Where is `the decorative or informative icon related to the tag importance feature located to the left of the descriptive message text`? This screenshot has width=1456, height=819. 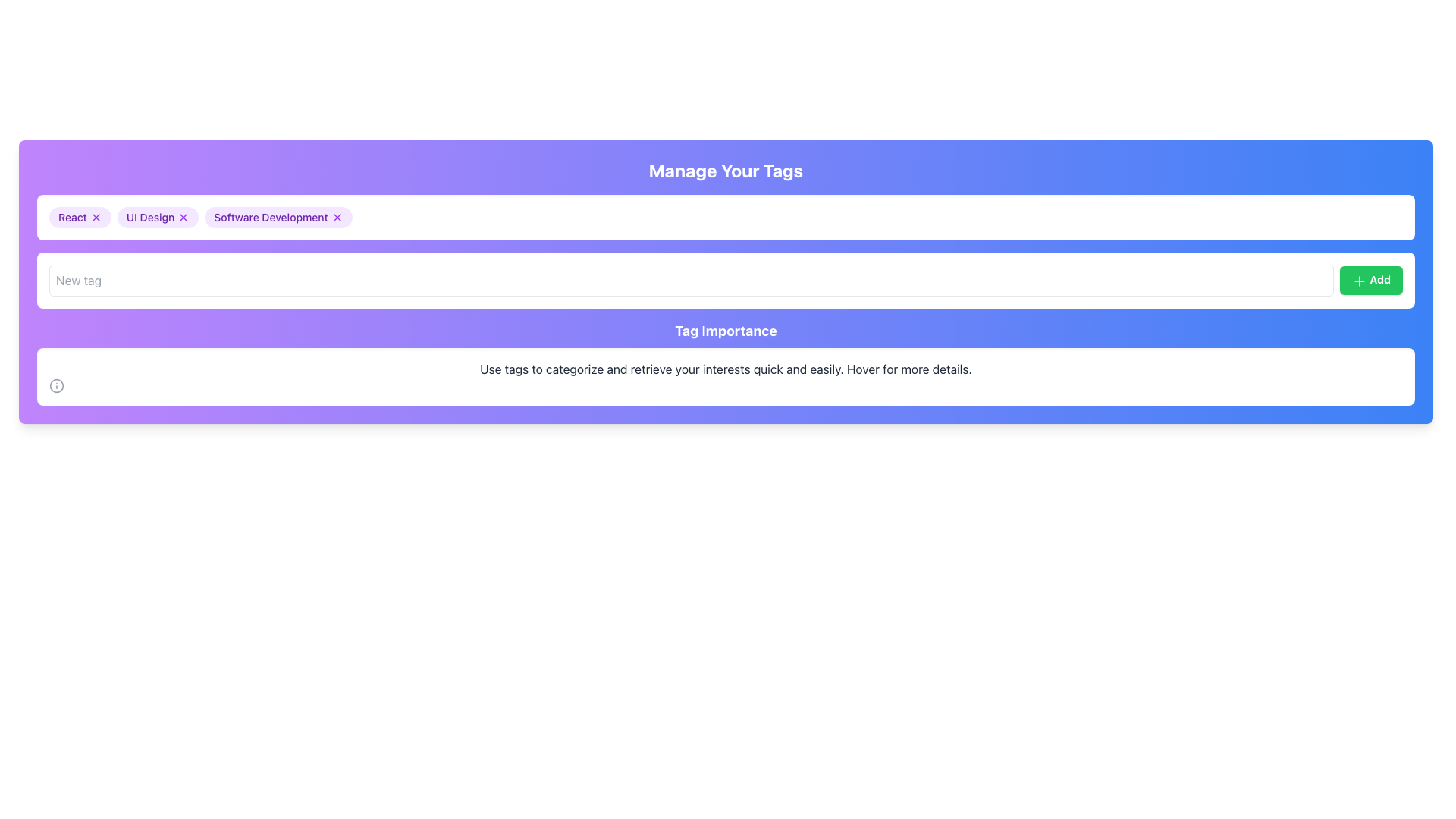
the decorative or informative icon related to the tag importance feature located to the left of the descriptive message text is located at coordinates (57, 385).